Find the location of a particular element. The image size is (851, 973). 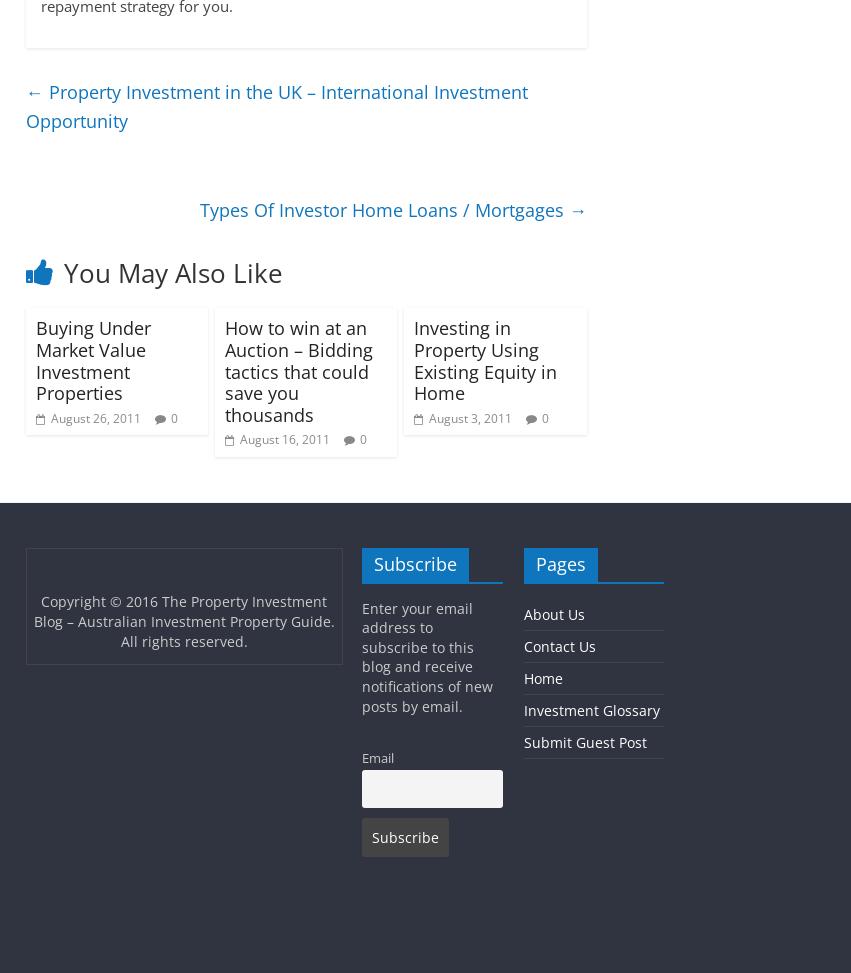

'Property Investment in the UK – International Investment Opportunity' is located at coordinates (275, 104).